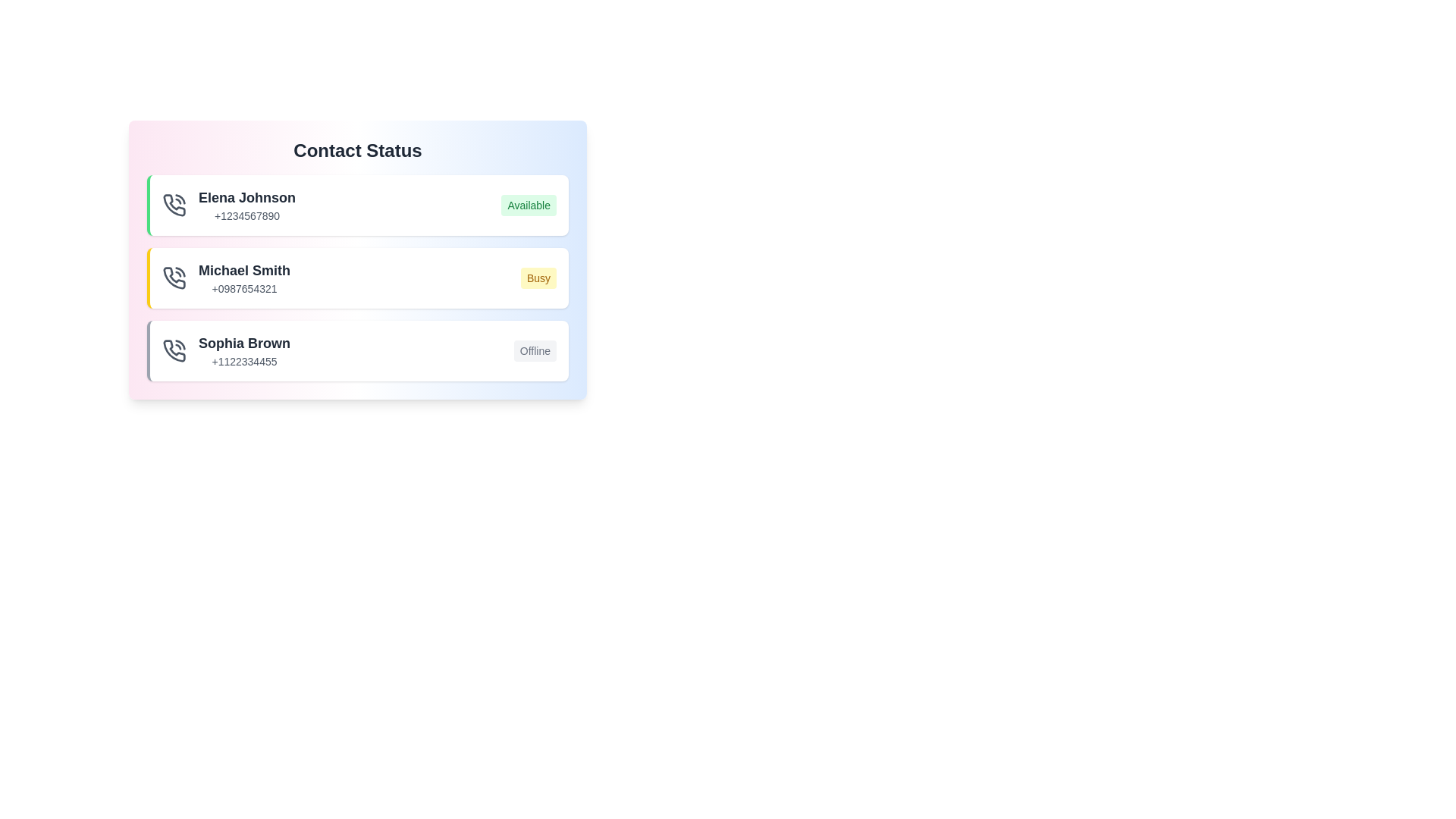 The height and width of the screenshot is (819, 1456). I want to click on the phone icon of the contact Sophia Brown to initiate a call, so click(174, 350).